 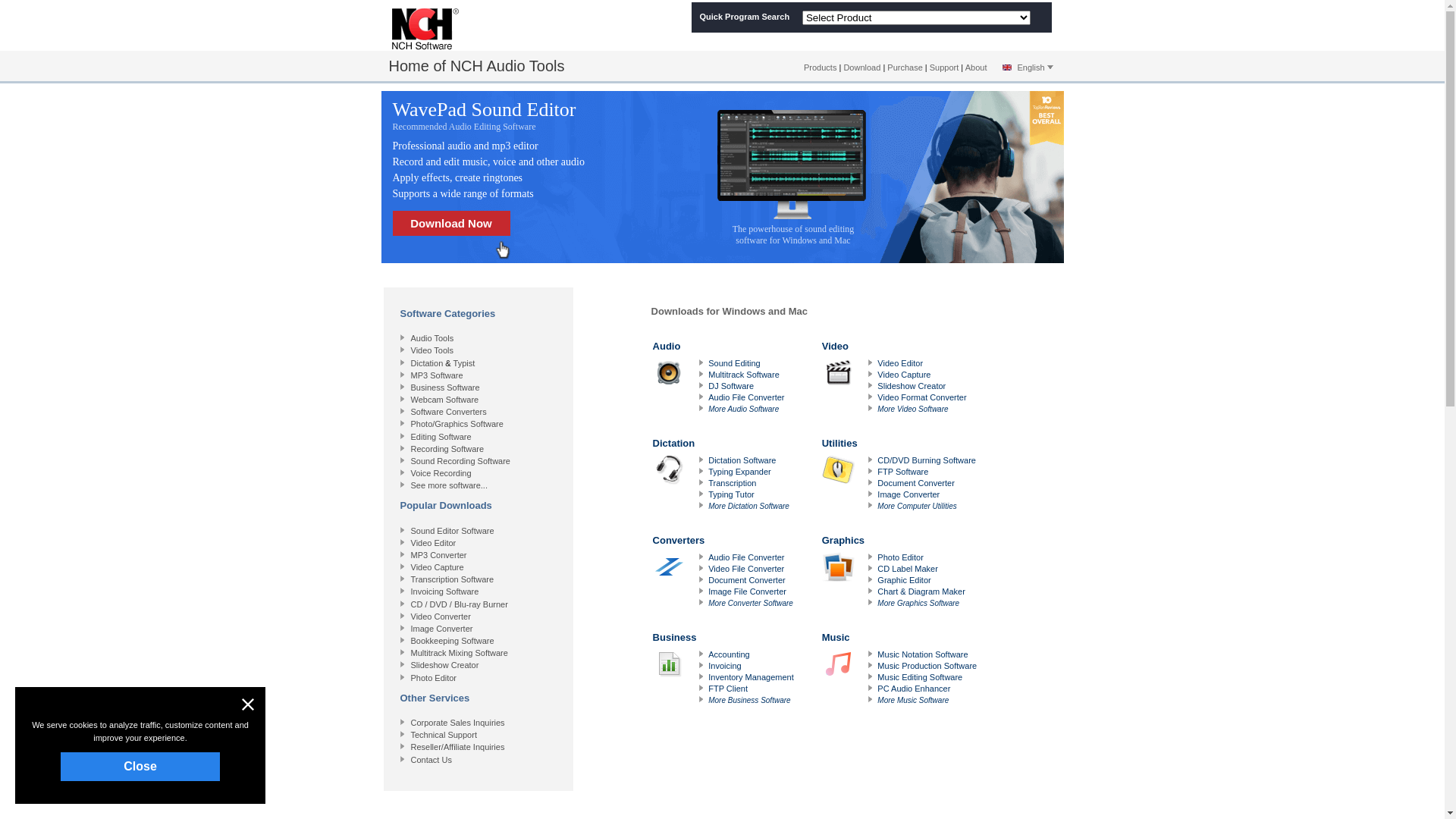 What do you see at coordinates (438, 555) in the screenshot?
I see `'MP3 Converter'` at bounding box center [438, 555].